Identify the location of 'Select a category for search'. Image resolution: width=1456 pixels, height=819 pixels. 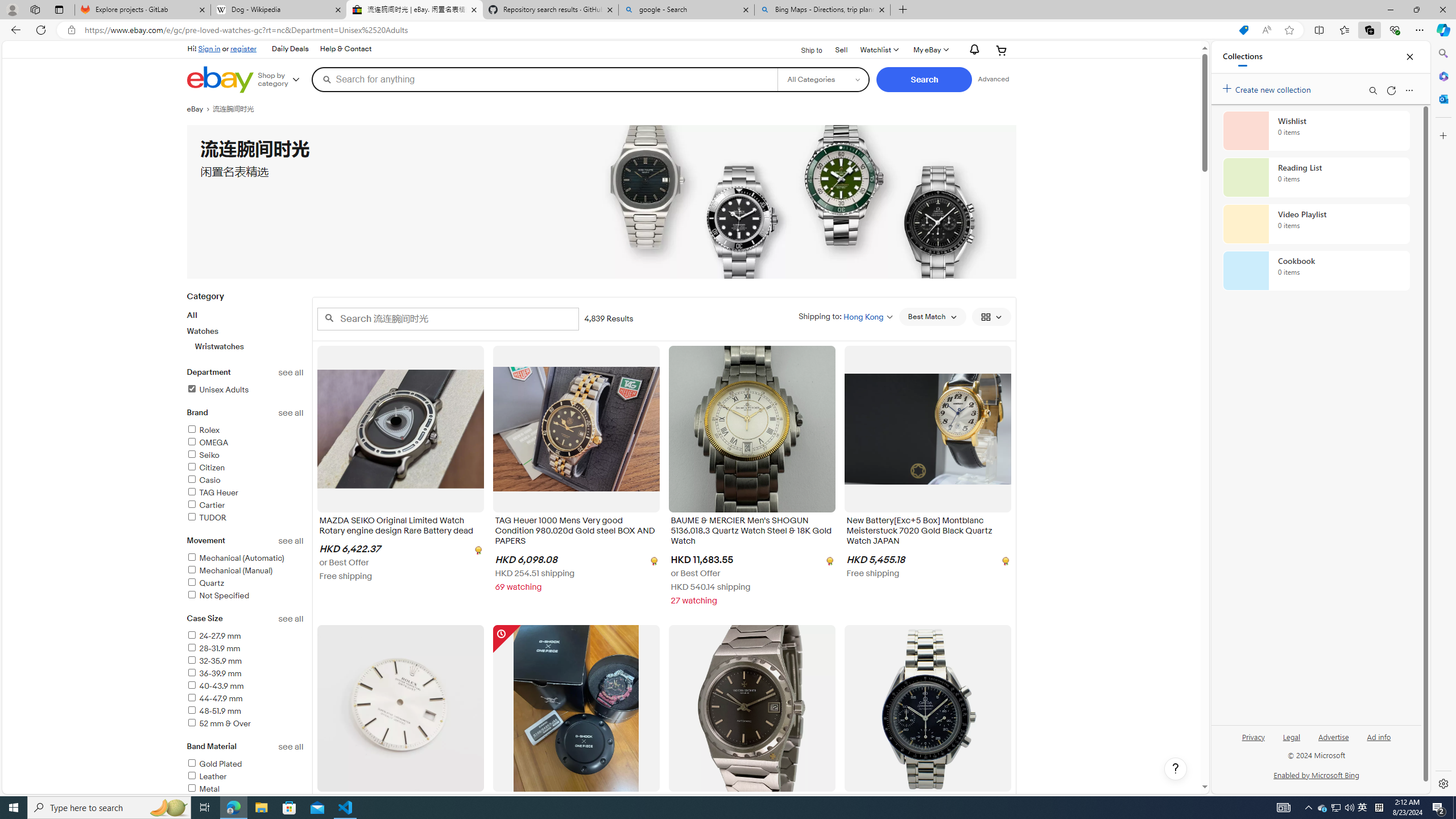
(823, 78).